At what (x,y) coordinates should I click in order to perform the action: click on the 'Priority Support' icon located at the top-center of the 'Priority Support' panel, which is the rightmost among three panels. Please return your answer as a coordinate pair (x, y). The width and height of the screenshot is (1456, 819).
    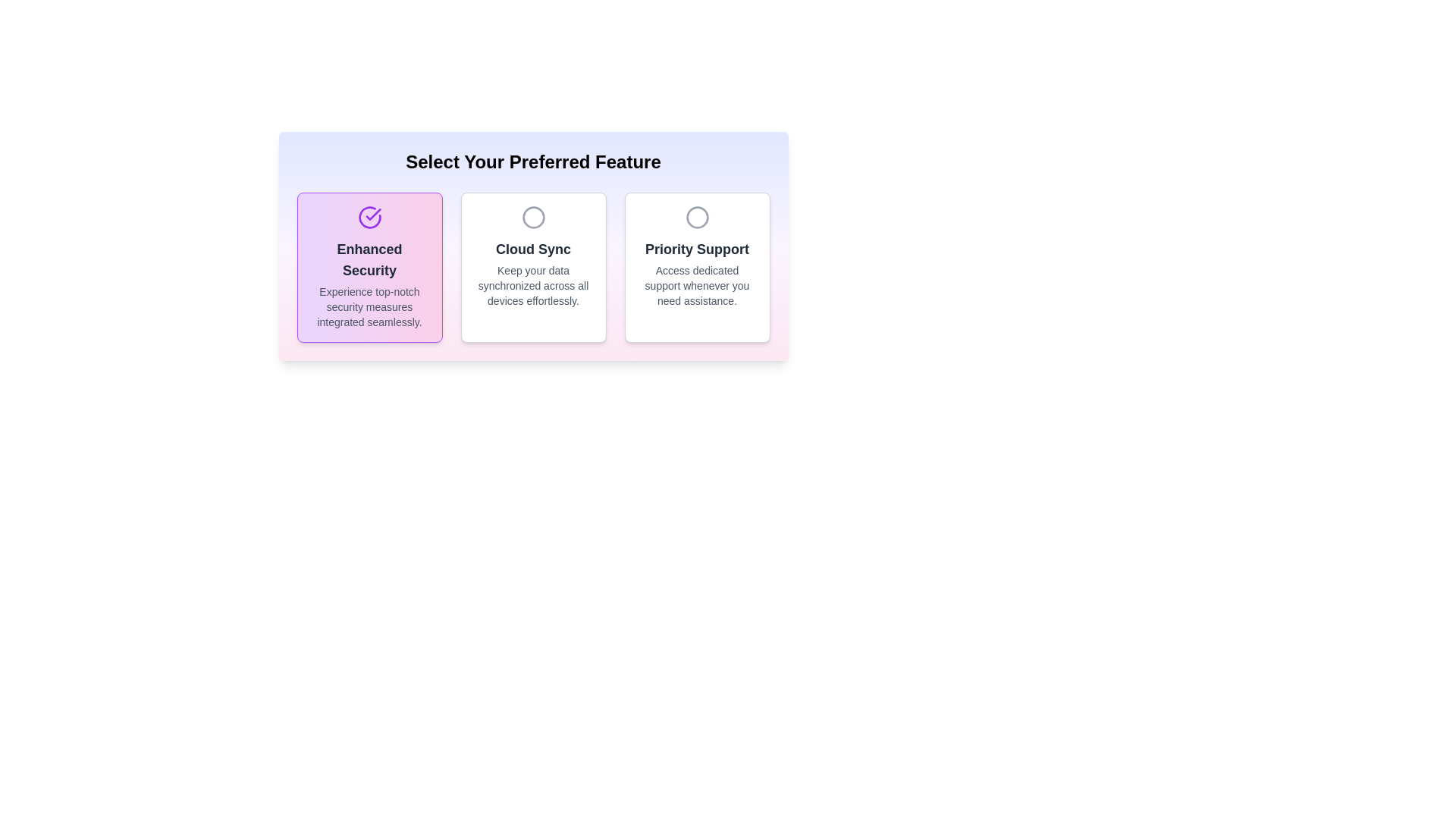
    Looking at the image, I should click on (696, 217).